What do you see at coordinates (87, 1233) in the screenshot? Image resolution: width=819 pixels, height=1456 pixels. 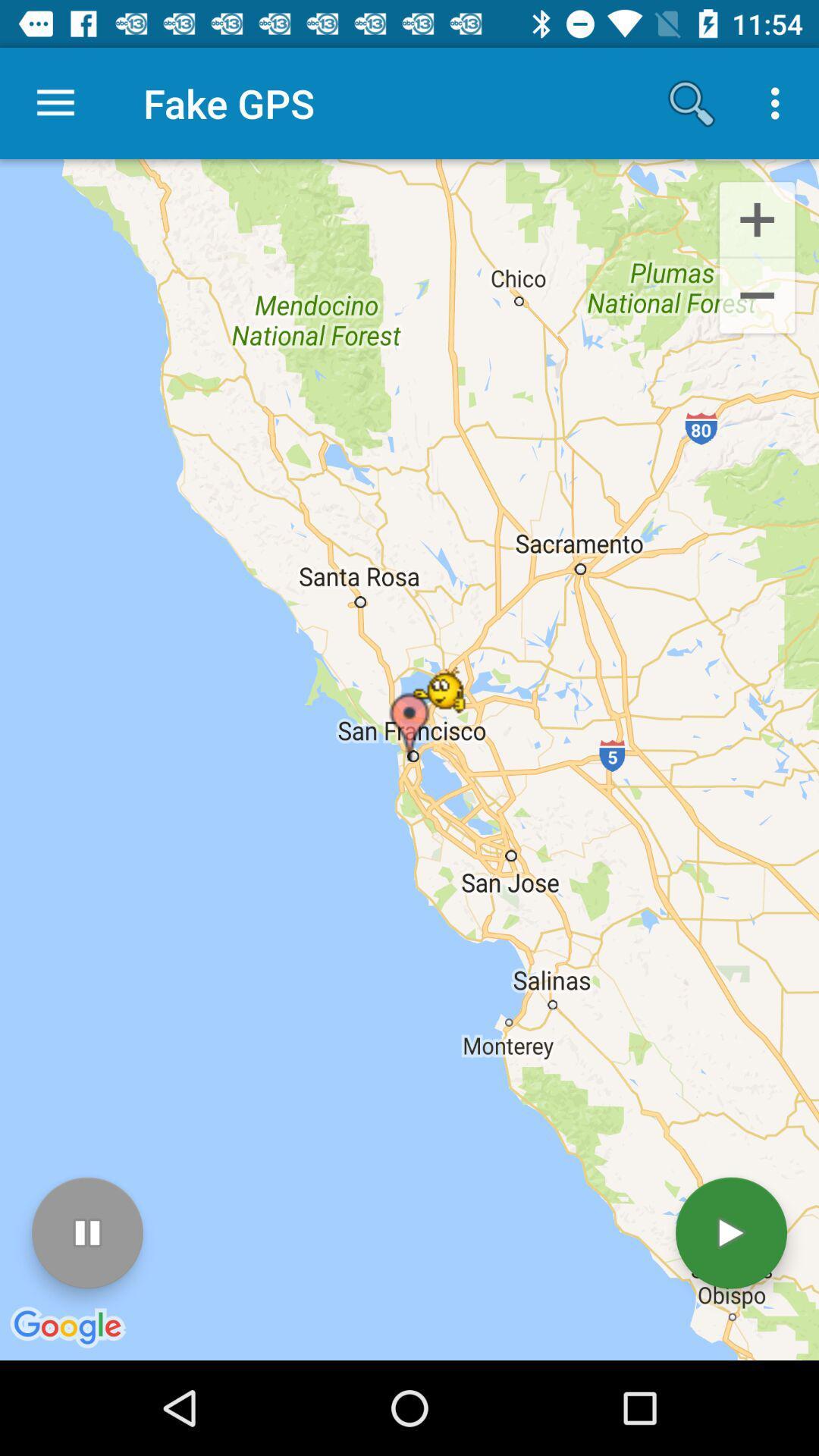 I see `the pause icon` at bounding box center [87, 1233].